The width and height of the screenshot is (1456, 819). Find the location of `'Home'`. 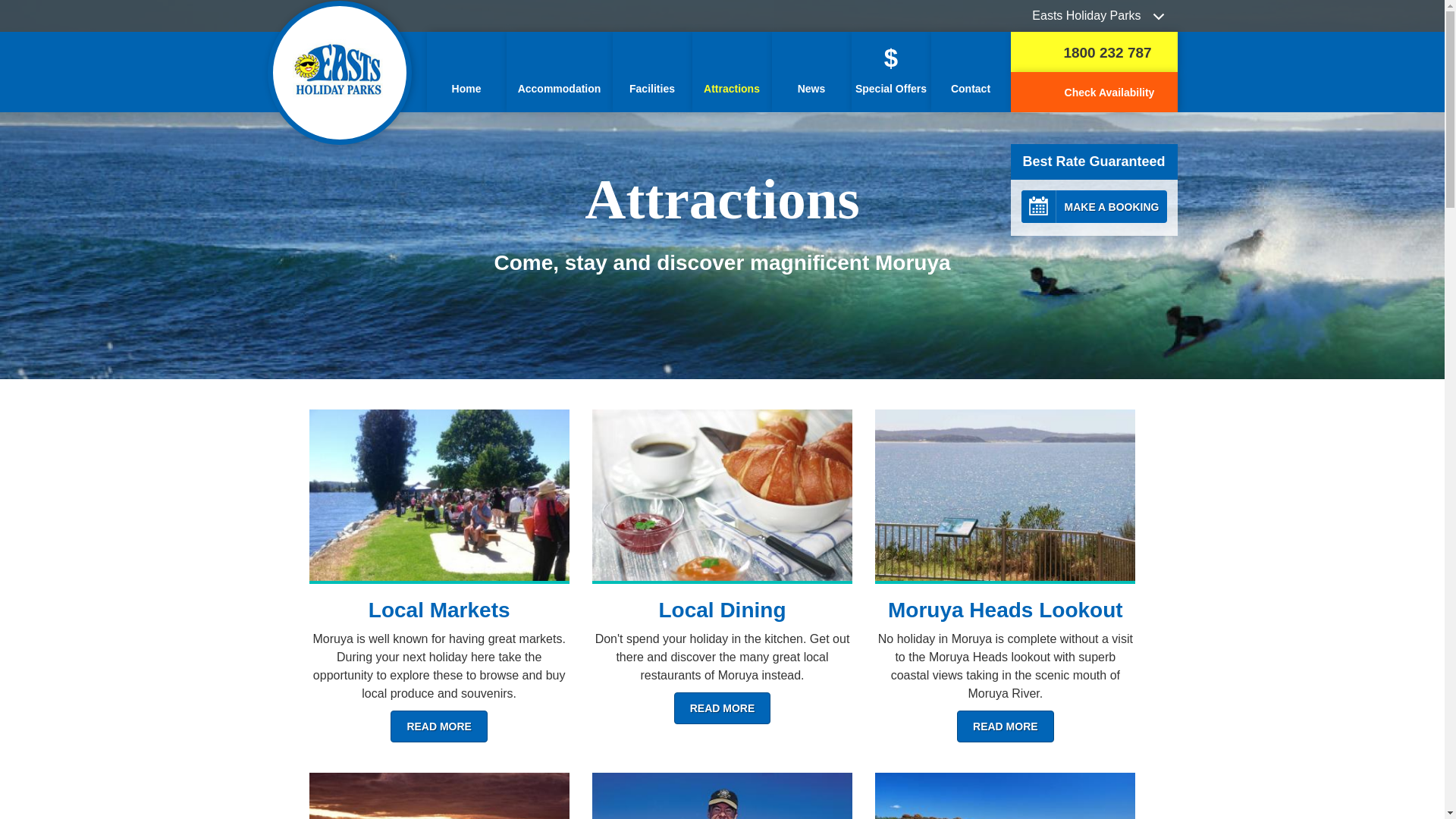

'Home' is located at coordinates (465, 72).